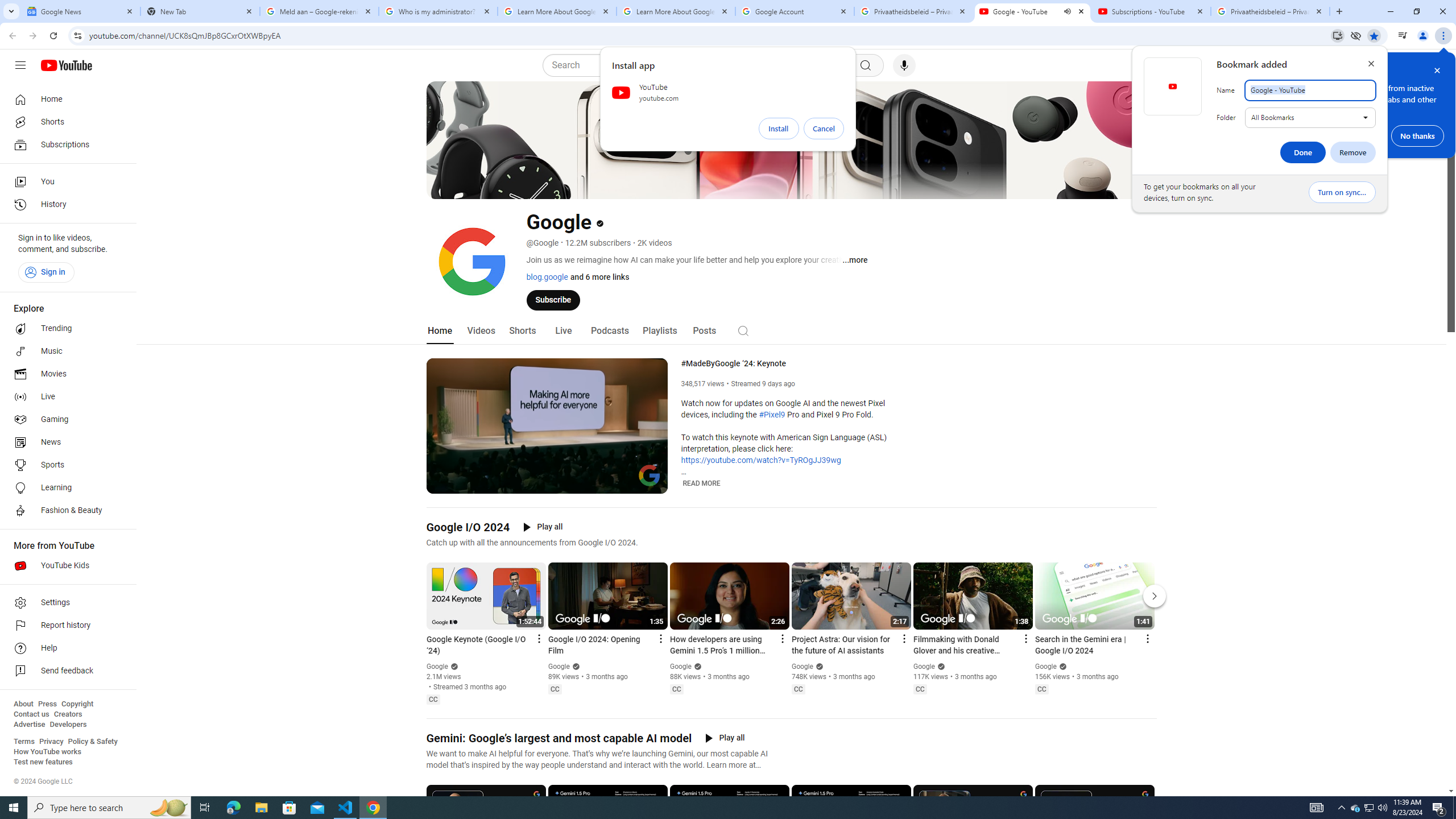  What do you see at coordinates (47, 751) in the screenshot?
I see `'How YouTube works'` at bounding box center [47, 751].